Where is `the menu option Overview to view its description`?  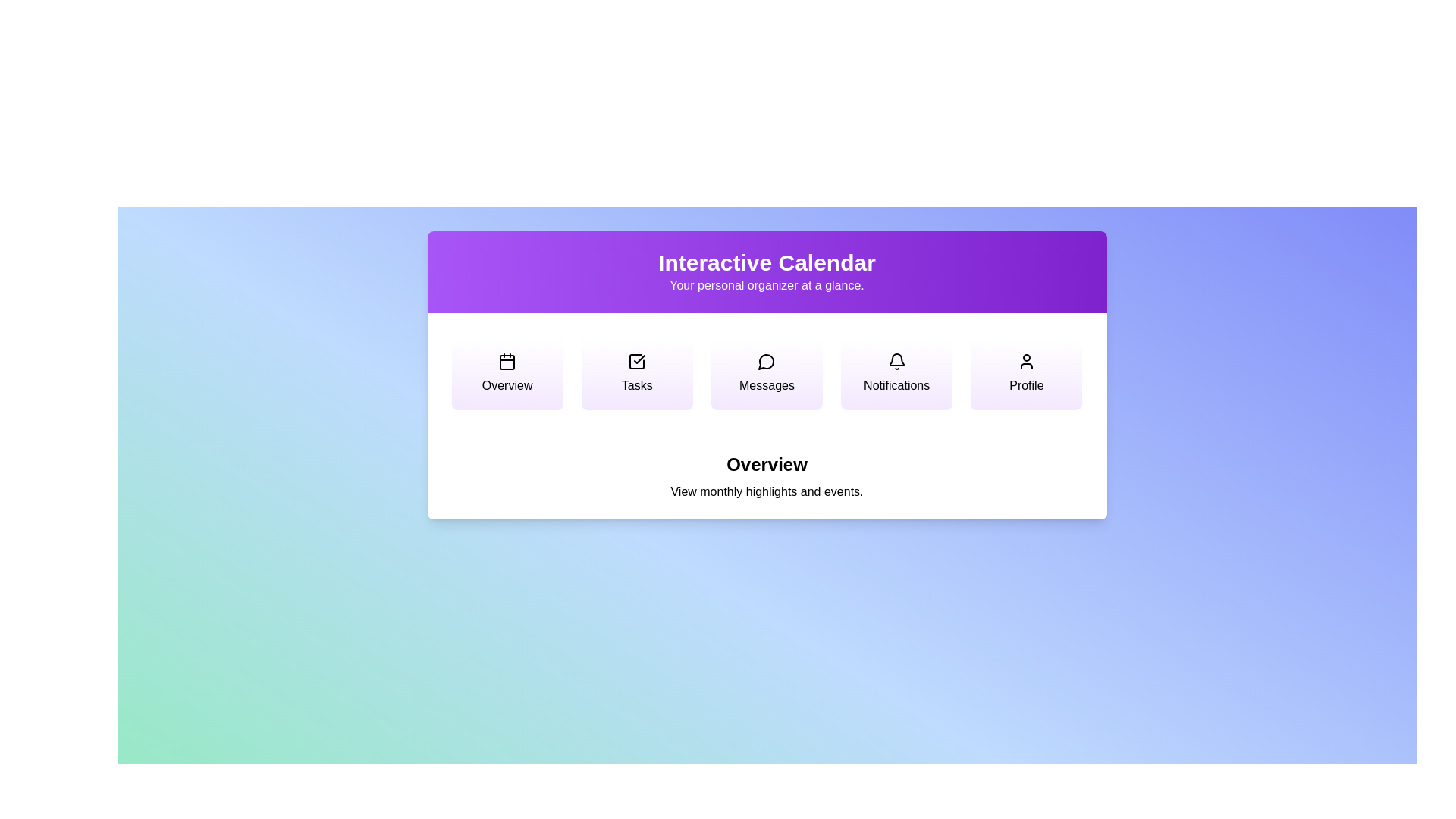 the menu option Overview to view its description is located at coordinates (507, 374).